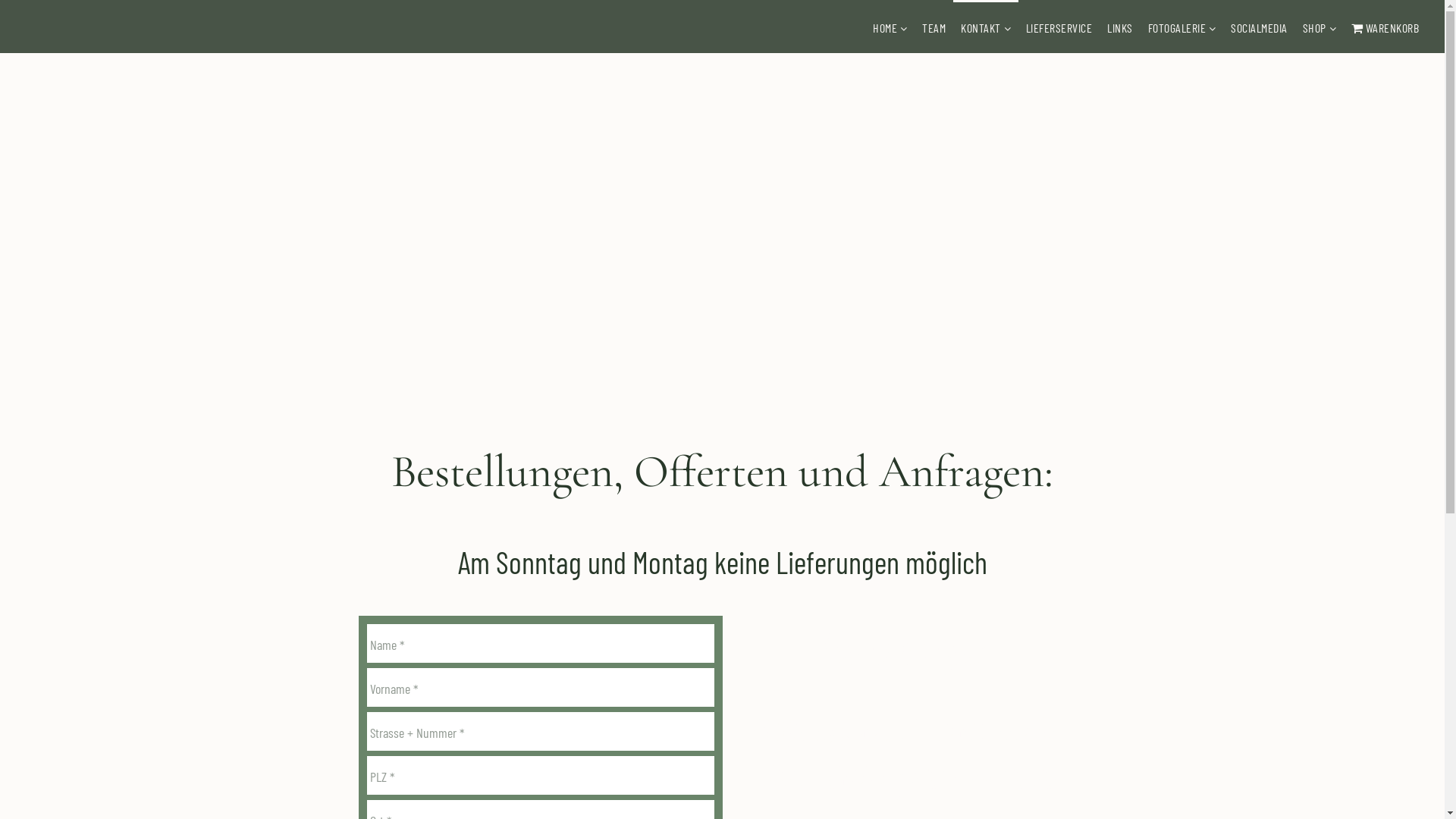  Describe the element at coordinates (1120, 27) in the screenshot. I see `'LINKS'` at that location.